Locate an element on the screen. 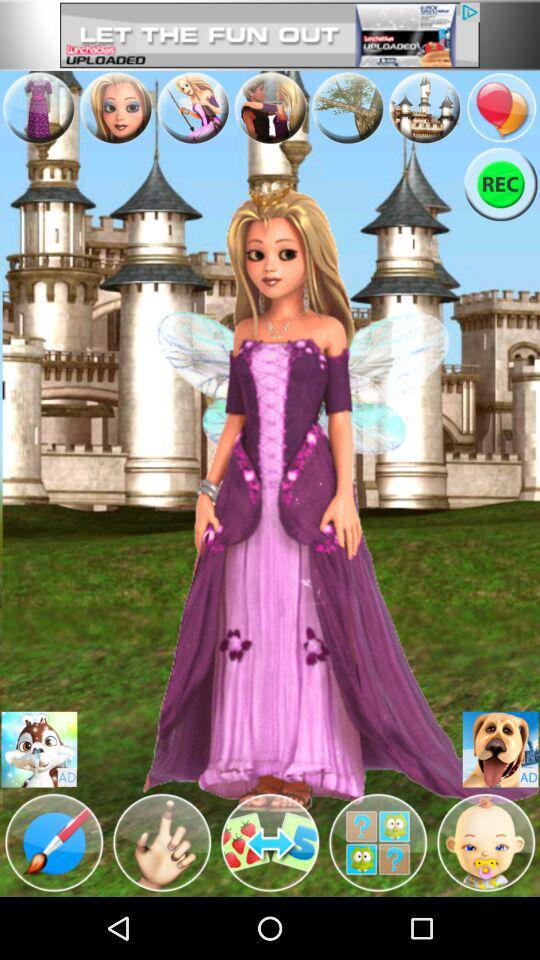  the avatar icon is located at coordinates (115, 115).